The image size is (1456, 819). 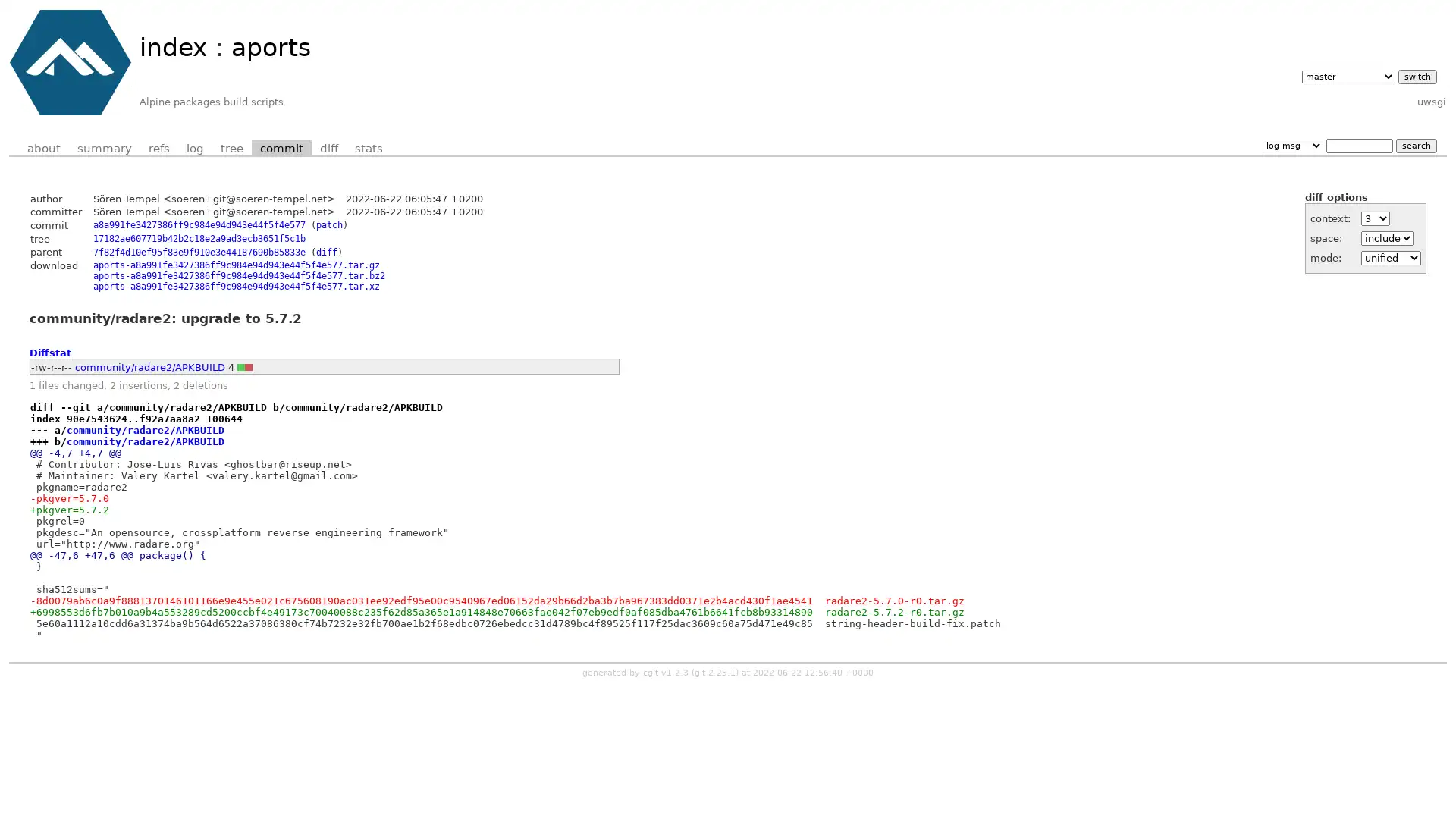 What do you see at coordinates (1416, 76) in the screenshot?
I see `switch` at bounding box center [1416, 76].